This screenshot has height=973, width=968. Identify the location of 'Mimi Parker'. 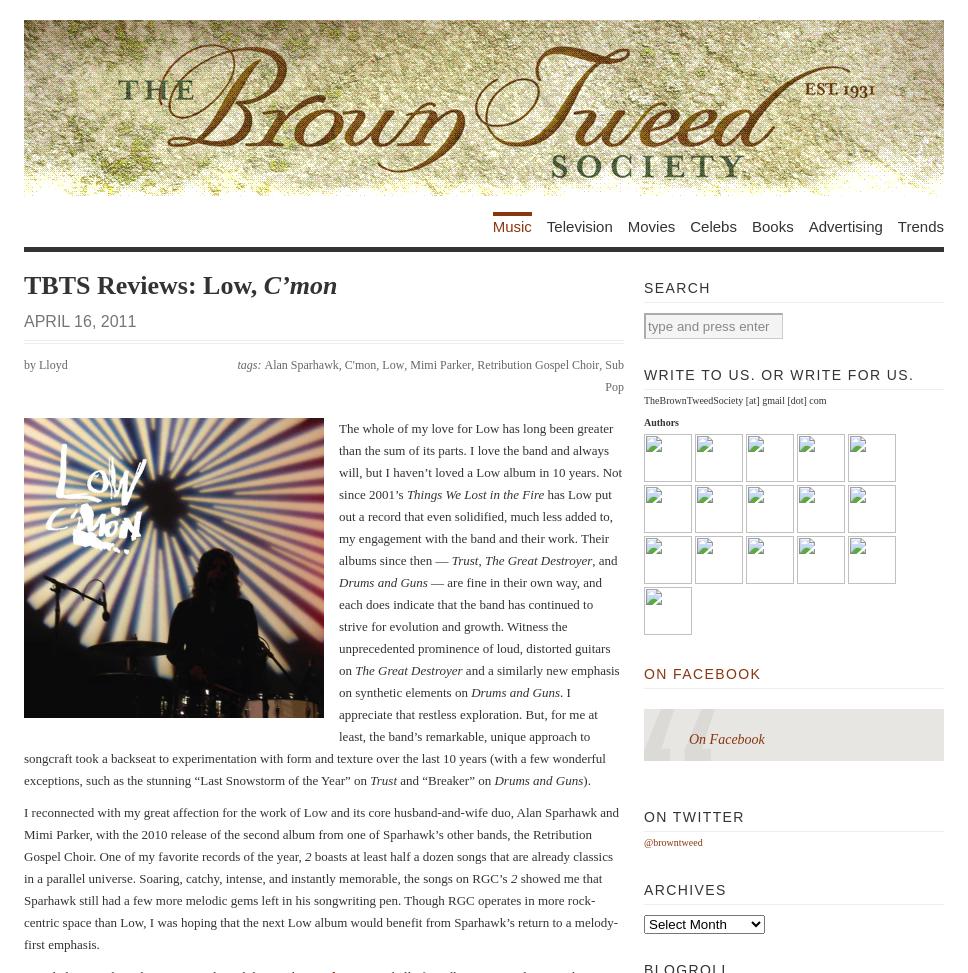
(410, 362).